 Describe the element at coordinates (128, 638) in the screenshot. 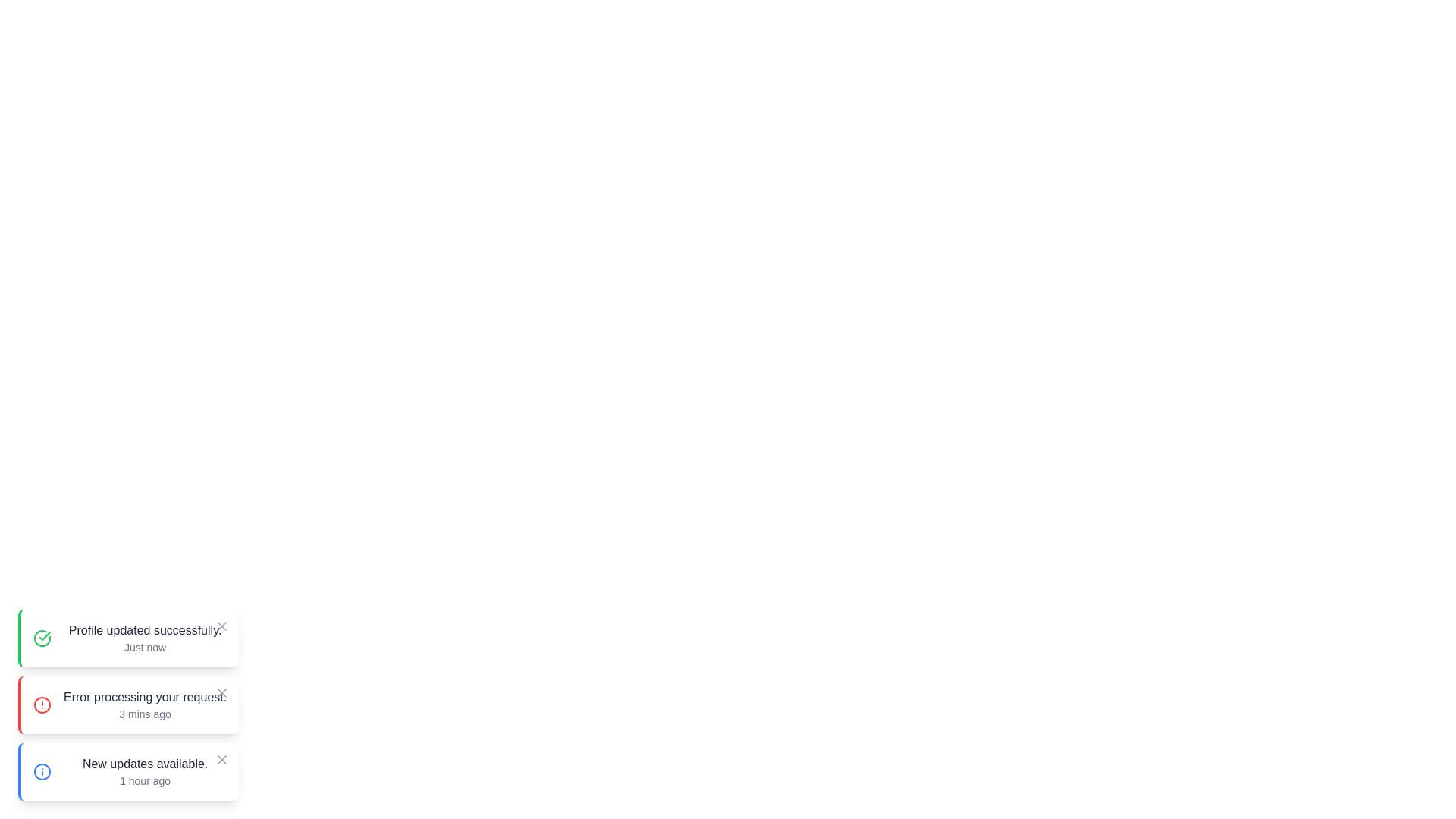

I see `the notification to examine its content` at that location.